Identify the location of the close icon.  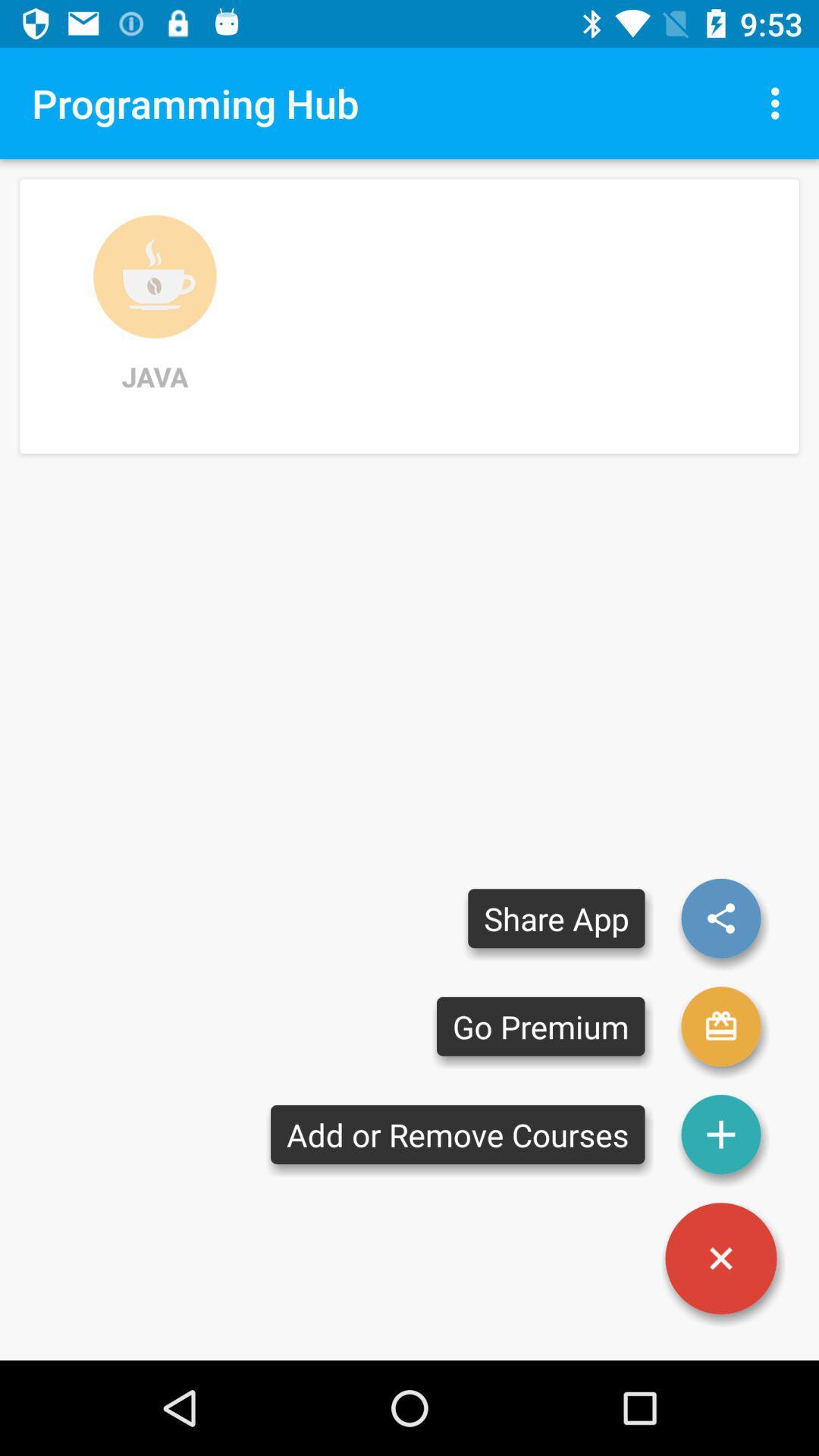
(720, 1258).